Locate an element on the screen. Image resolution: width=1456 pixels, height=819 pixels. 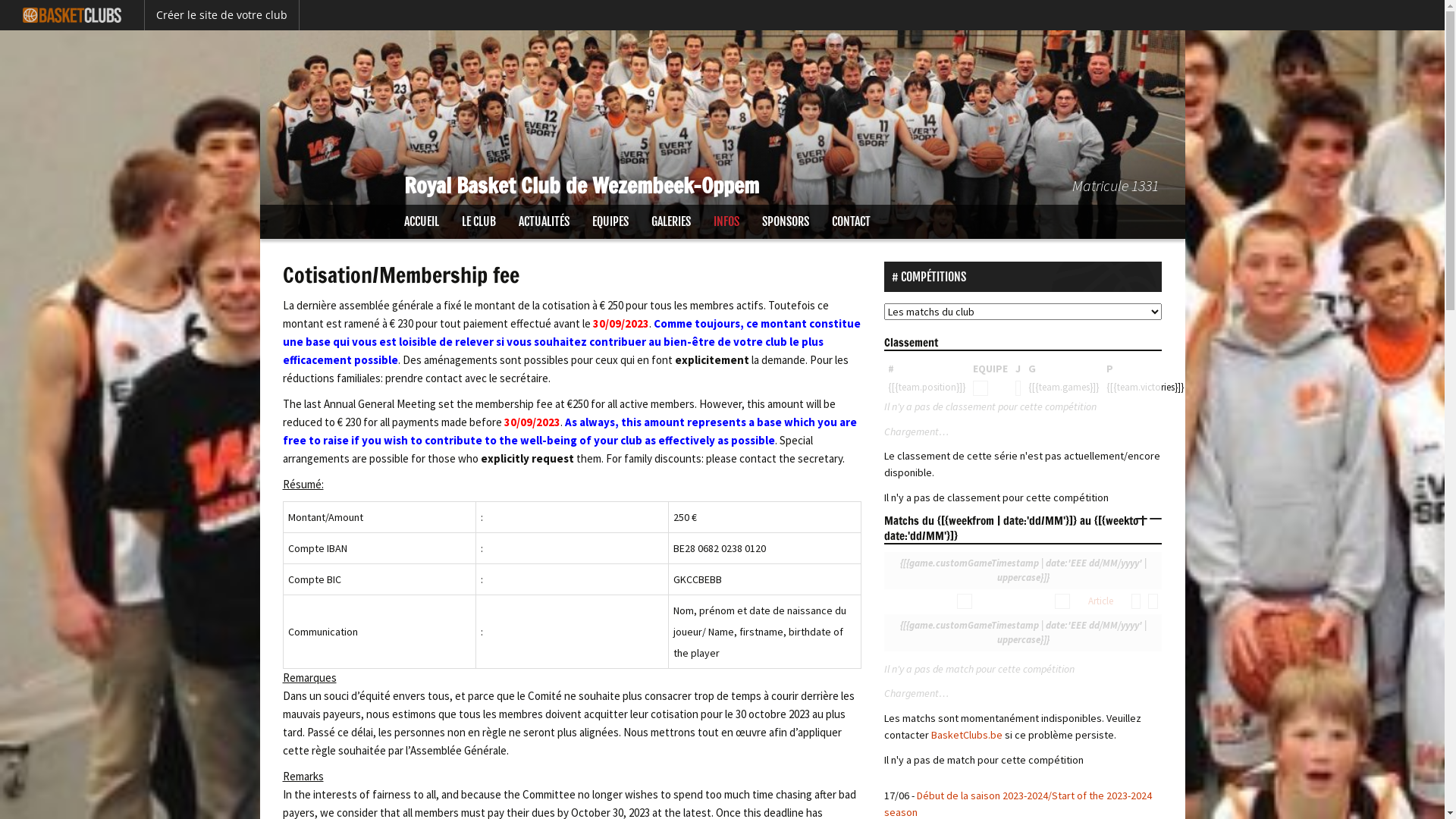
'SPONSORS' is located at coordinates (786, 221).